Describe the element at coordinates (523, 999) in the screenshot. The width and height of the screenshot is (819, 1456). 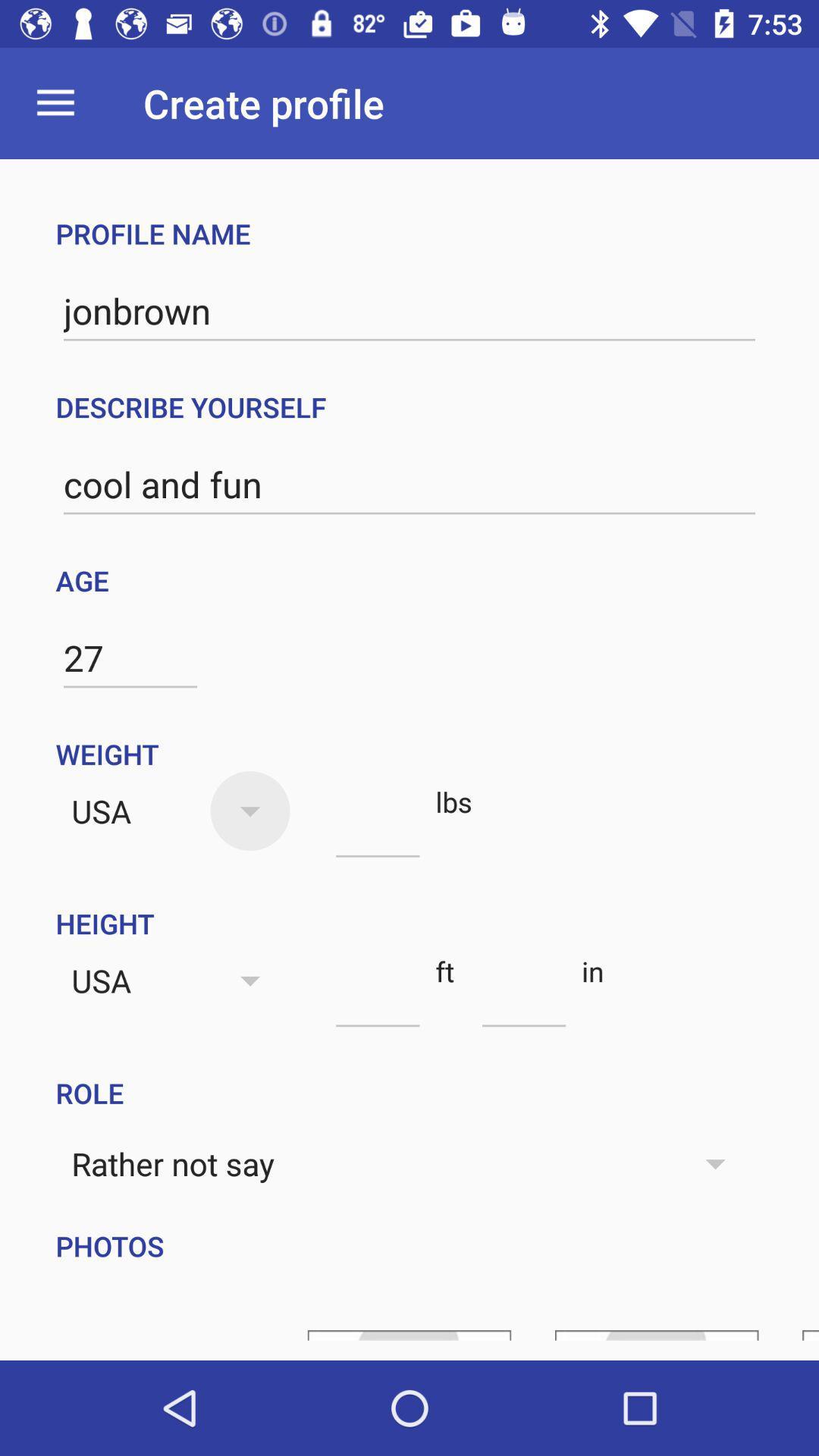
I see `inches` at that location.